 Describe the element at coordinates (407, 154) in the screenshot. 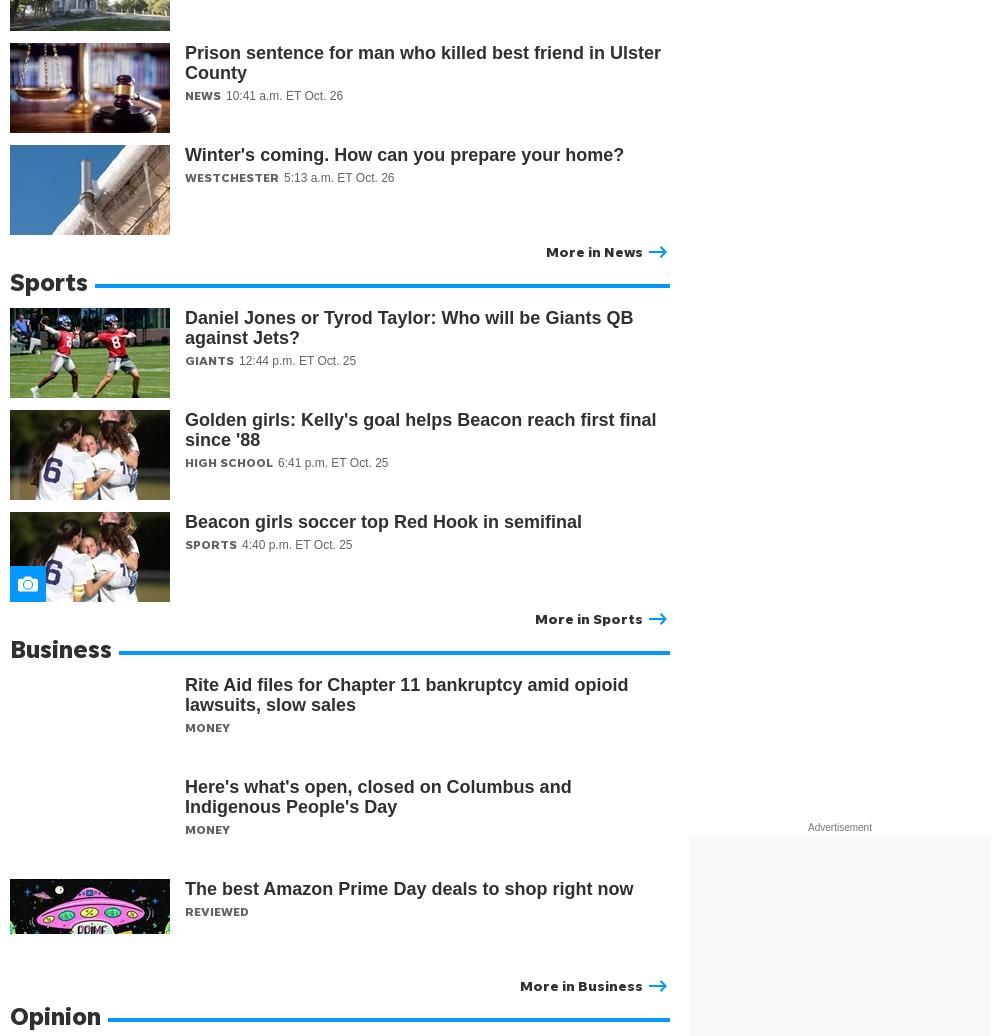

I see `'Winter's coming. How can you prepare your home?'` at that location.